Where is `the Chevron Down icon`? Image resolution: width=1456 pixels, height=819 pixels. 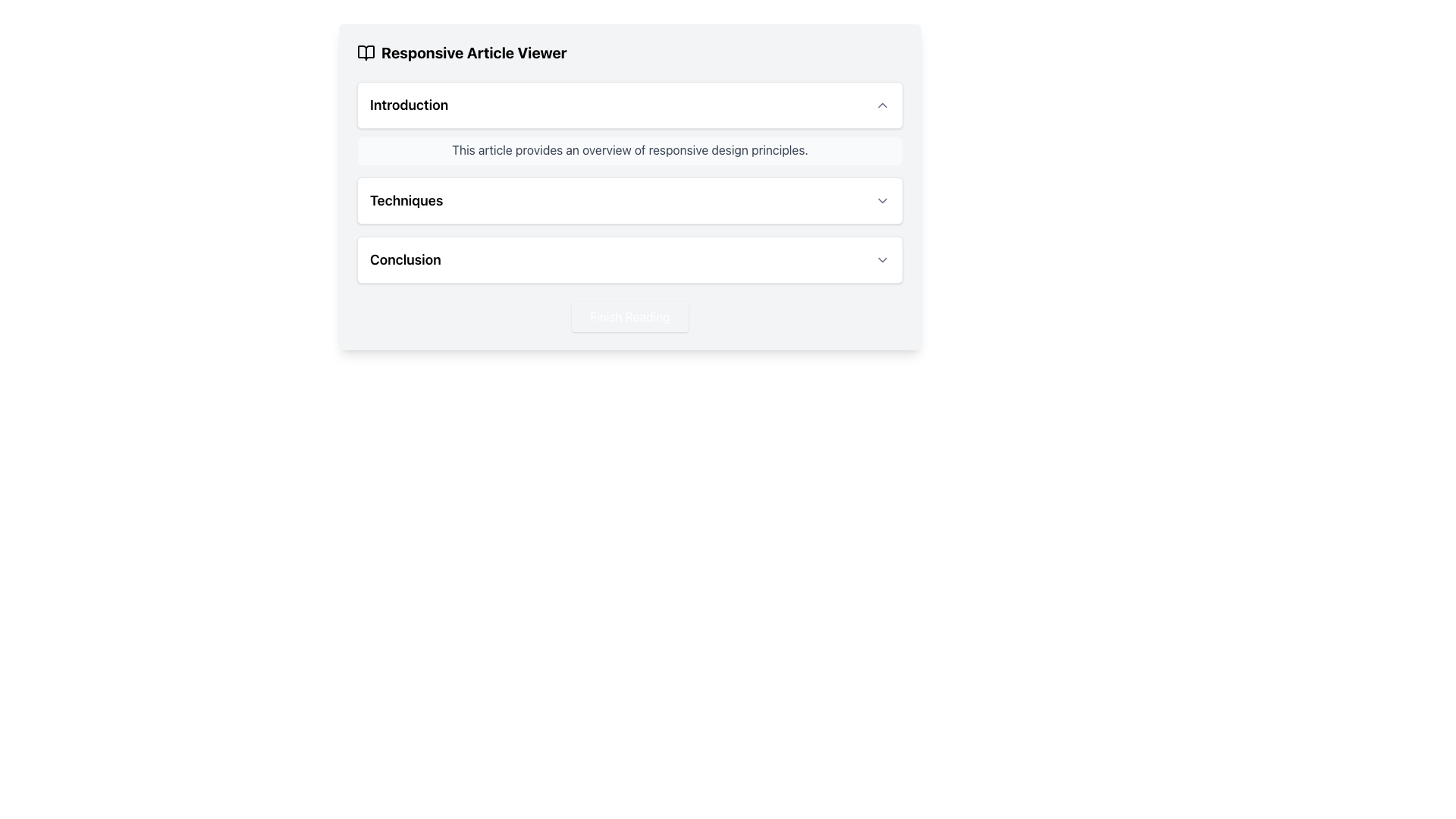 the Chevron Down icon is located at coordinates (882, 259).